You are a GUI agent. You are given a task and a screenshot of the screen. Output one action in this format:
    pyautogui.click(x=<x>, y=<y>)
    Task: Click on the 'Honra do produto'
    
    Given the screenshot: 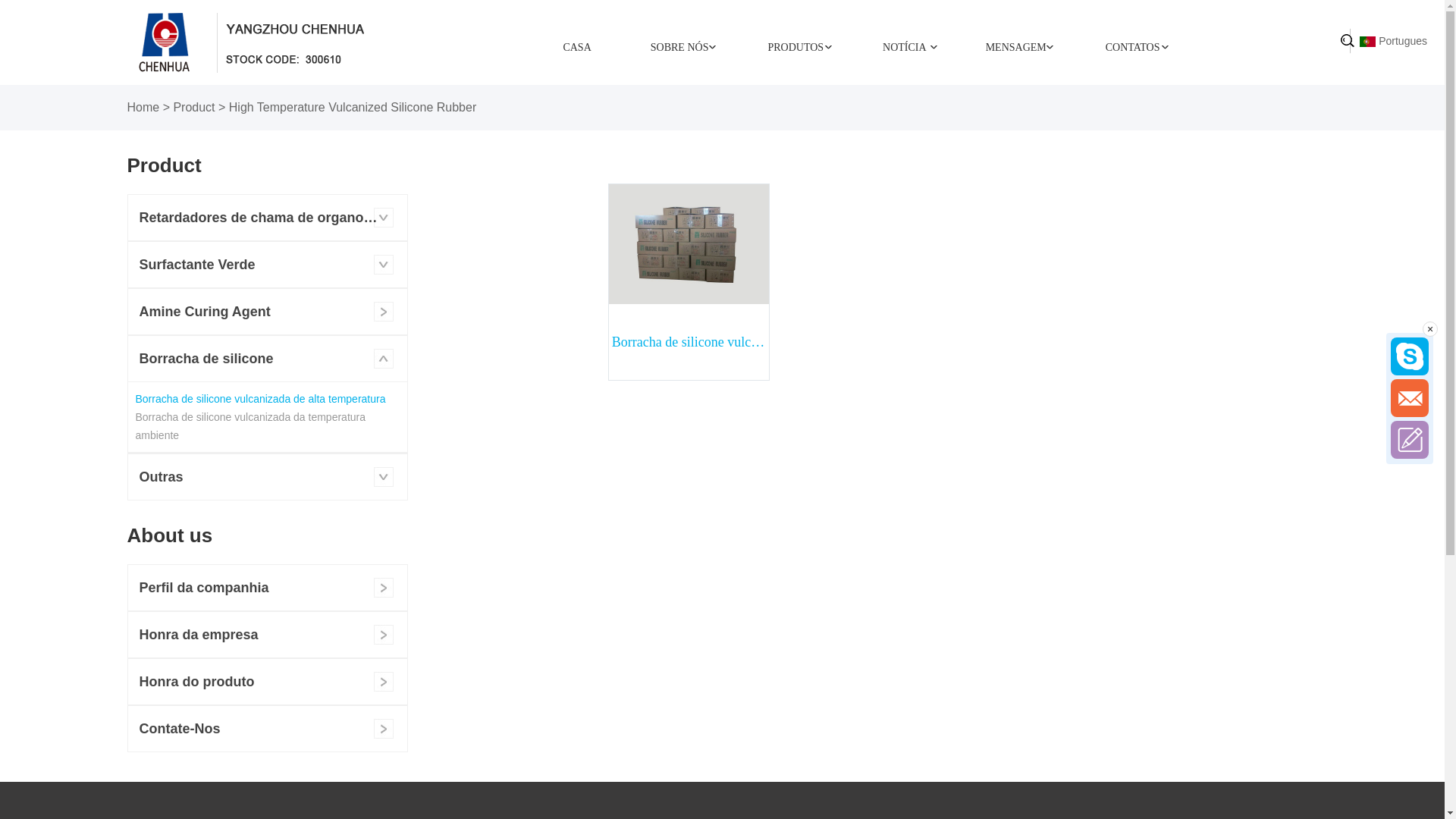 What is the action you would take?
    pyautogui.click(x=266, y=680)
    